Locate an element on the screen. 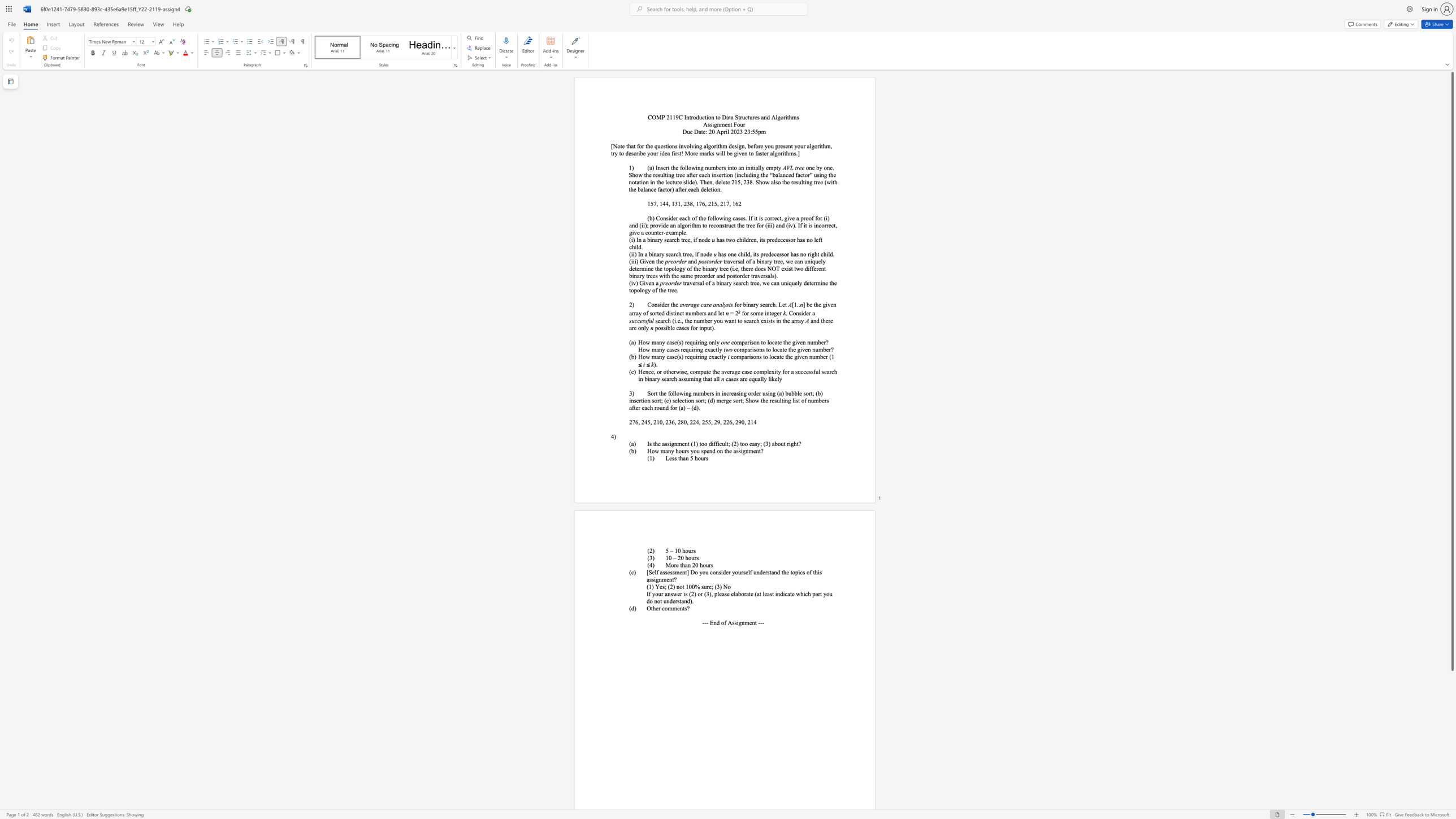 This screenshot has width=1456, height=819. the subset text "rs in increasing order using (a) bubble sort; (b) insertion sort; (c) selection sort; (d) merge sort; Show th" within the text "Sort the following numbers in increasing order using (a) bubble sort; (b) insertion sort; (c) selection sort; (d) merge sort; Show the resulting list of numbers after each round for (a) – (d)." is located at coordinates (709, 392).